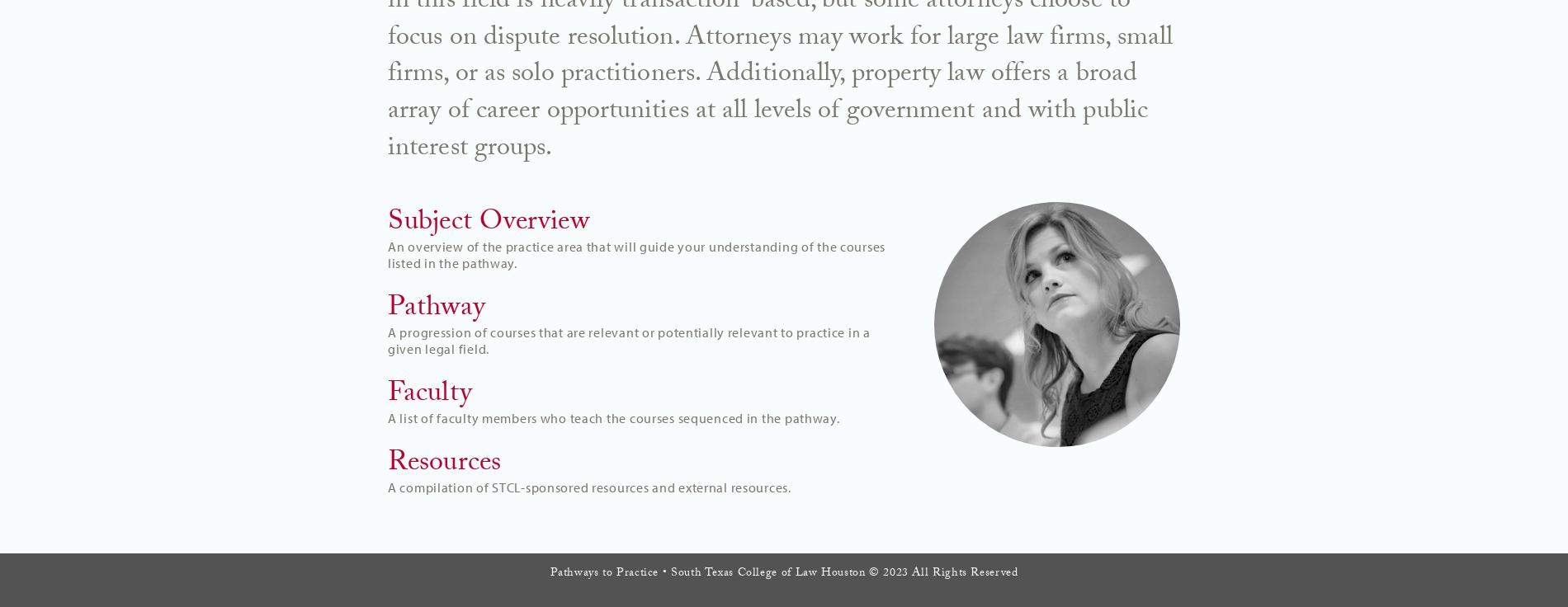 The image size is (1568, 607). Describe the element at coordinates (488, 223) in the screenshot. I see `'Subject Overview'` at that location.